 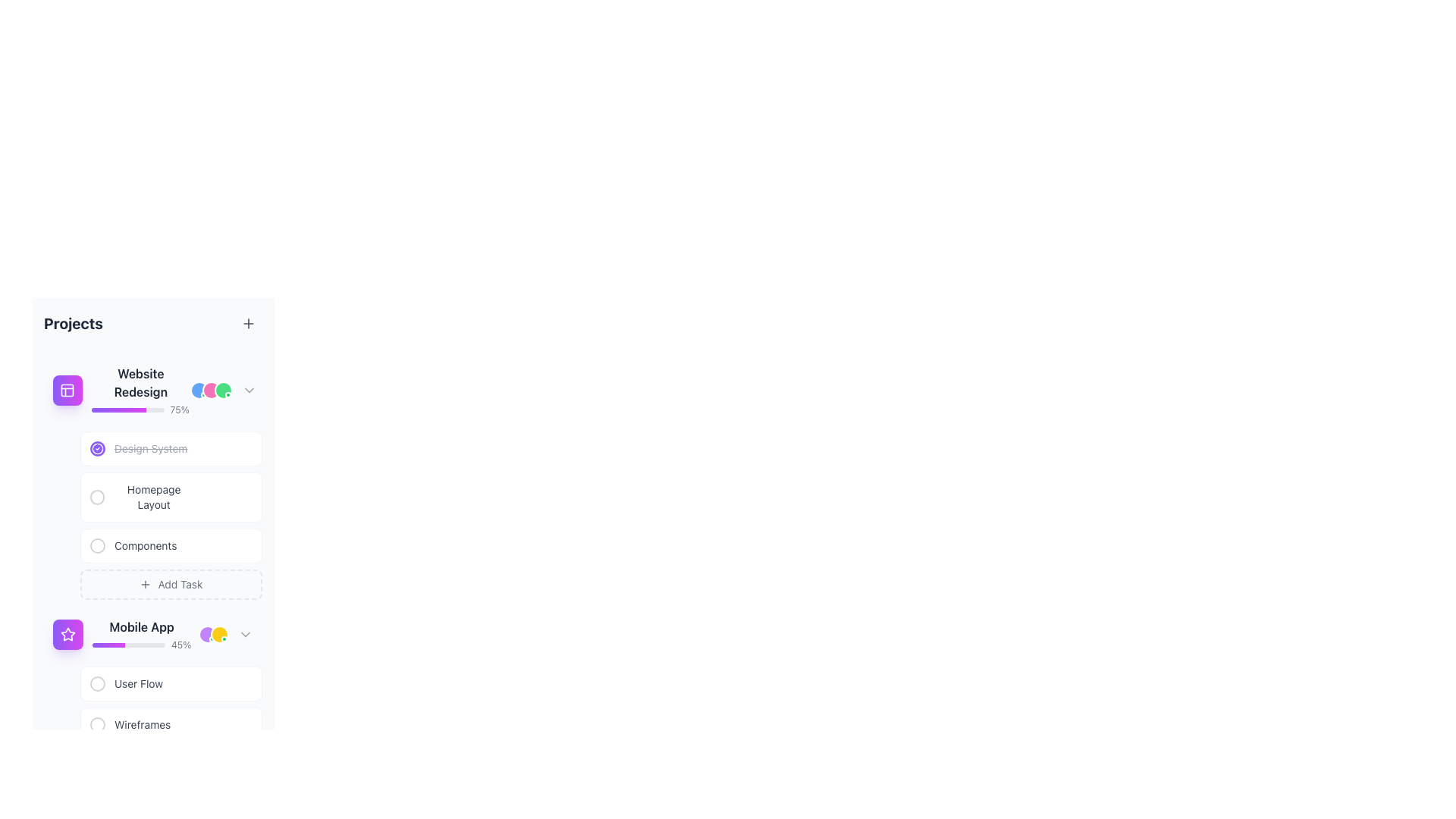 What do you see at coordinates (213, 635) in the screenshot?
I see `the Decorative graphical element showing participant icons, which consists of overlapping circular icons with a purple left circle and a yellow right circle, located in the sidebar under the project 'Mobile App'` at bounding box center [213, 635].